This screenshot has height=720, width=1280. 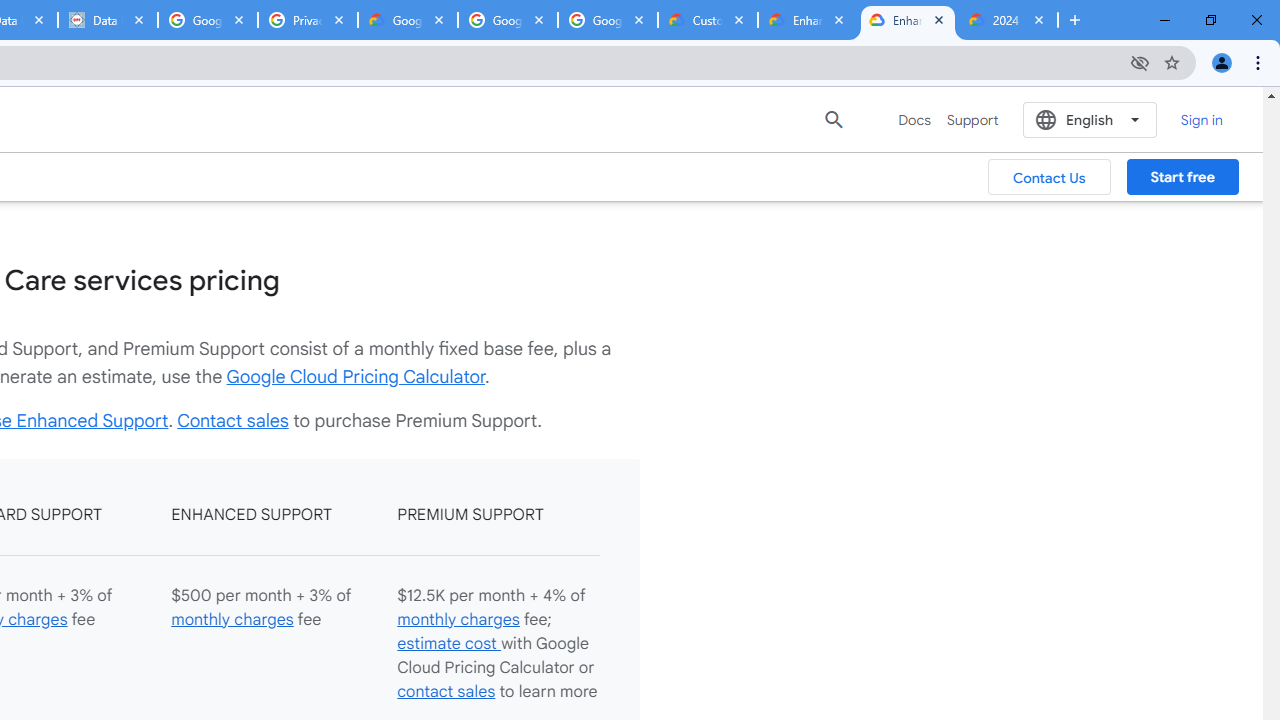 What do you see at coordinates (906, 20) in the screenshot?
I see `'Enhanced Support | Google Cloud'` at bounding box center [906, 20].